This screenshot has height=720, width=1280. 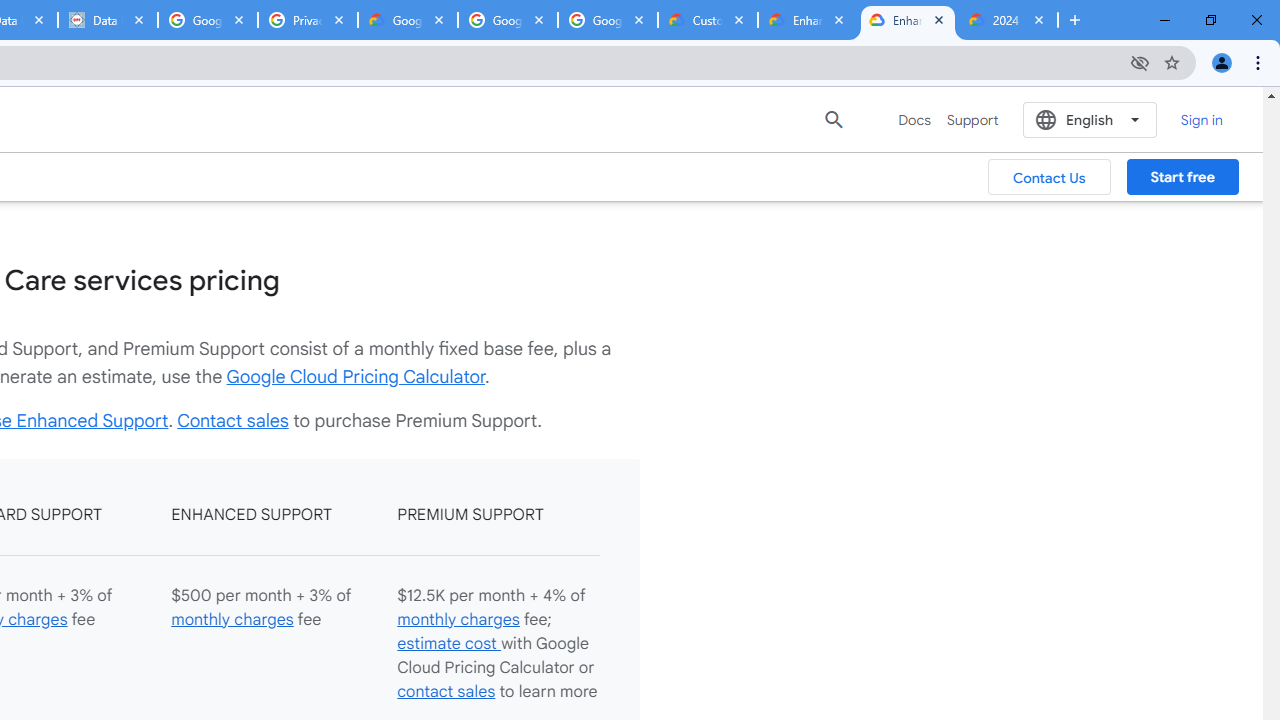 What do you see at coordinates (906, 20) in the screenshot?
I see `'Enhanced Support | Google Cloud'` at bounding box center [906, 20].